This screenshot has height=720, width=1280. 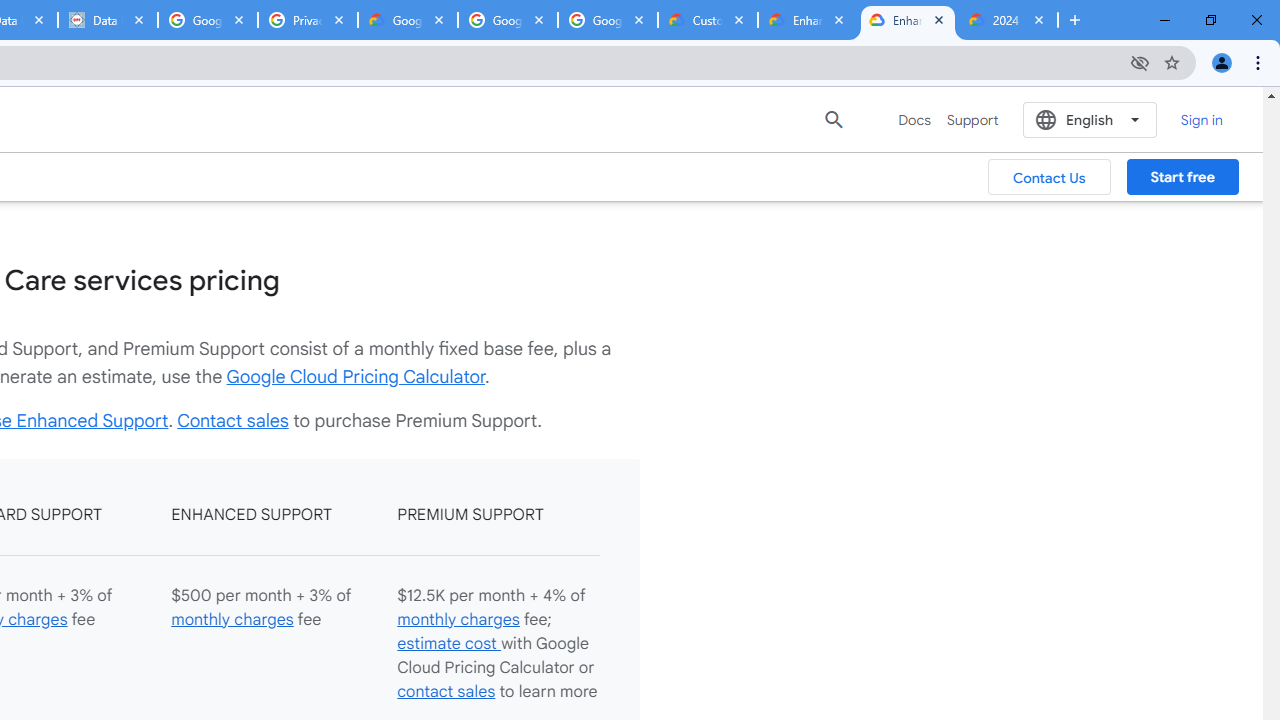 What do you see at coordinates (906, 20) in the screenshot?
I see `'Enhanced Support | Google Cloud'` at bounding box center [906, 20].